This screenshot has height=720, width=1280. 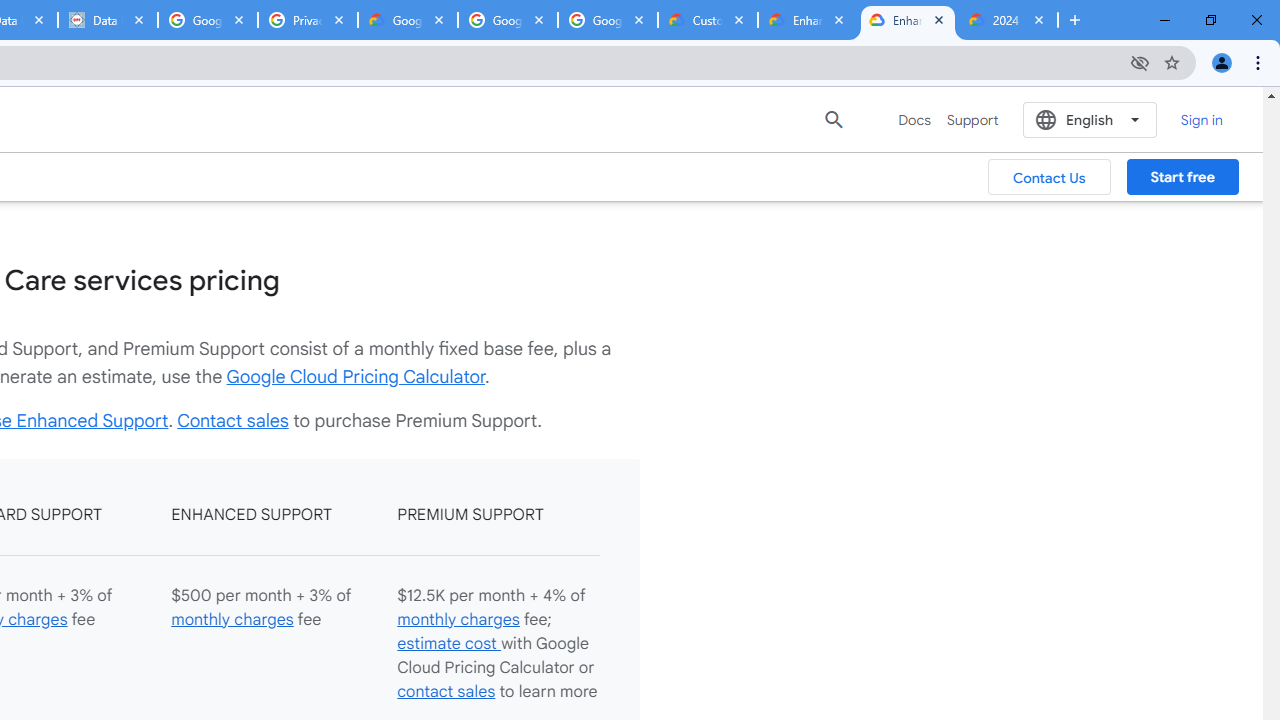 What do you see at coordinates (906, 20) in the screenshot?
I see `'Enhanced Support | Google Cloud'` at bounding box center [906, 20].